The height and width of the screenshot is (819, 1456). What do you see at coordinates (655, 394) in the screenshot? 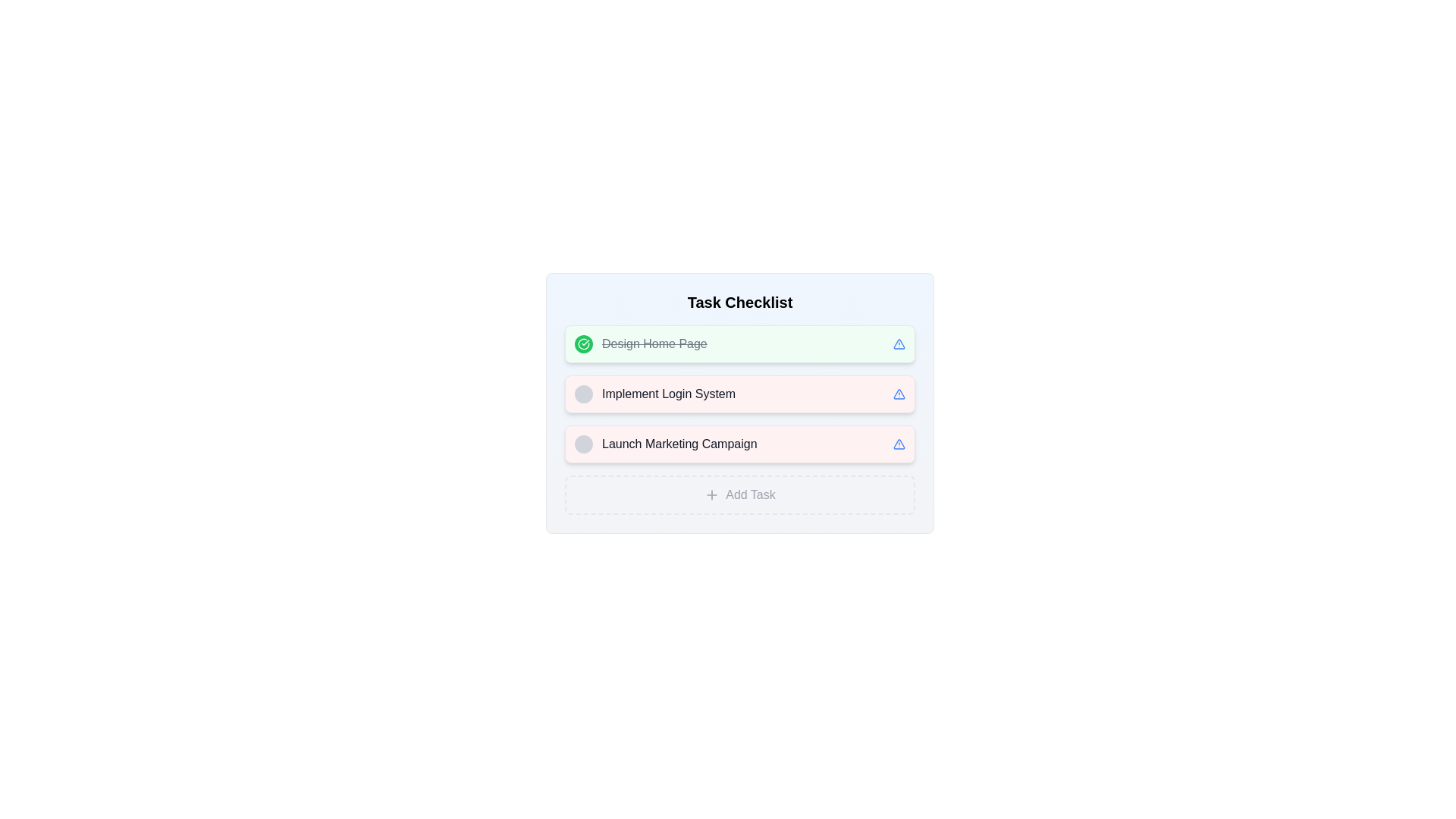
I see `the 'Implement Login System' task item in the checklist` at bounding box center [655, 394].